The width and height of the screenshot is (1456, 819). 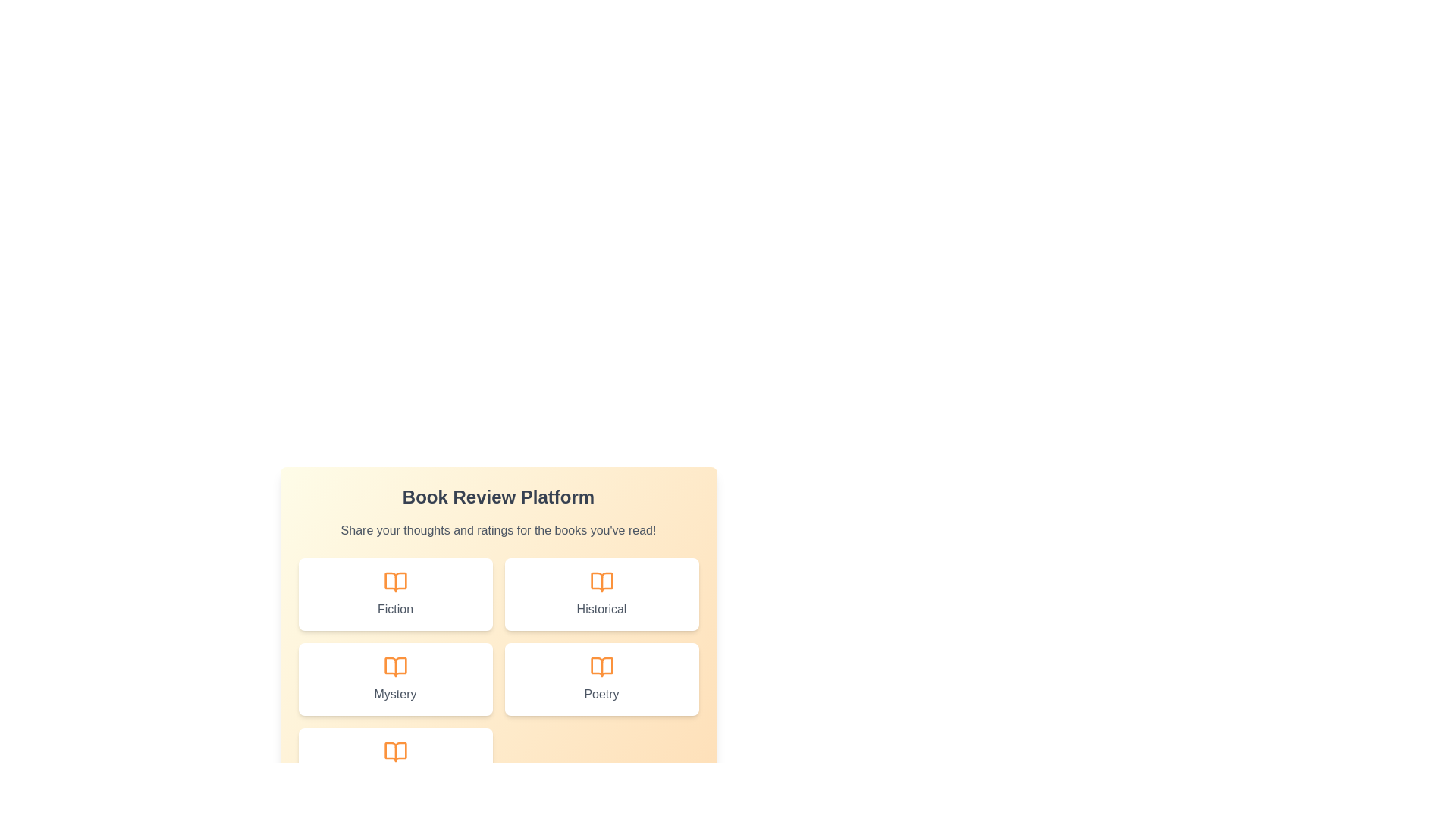 What do you see at coordinates (601, 581) in the screenshot?
I see `the 'Historical' genre icon located in the second column of the first row under the 'Book Review Platform' title` at bounding box center [601, 581].